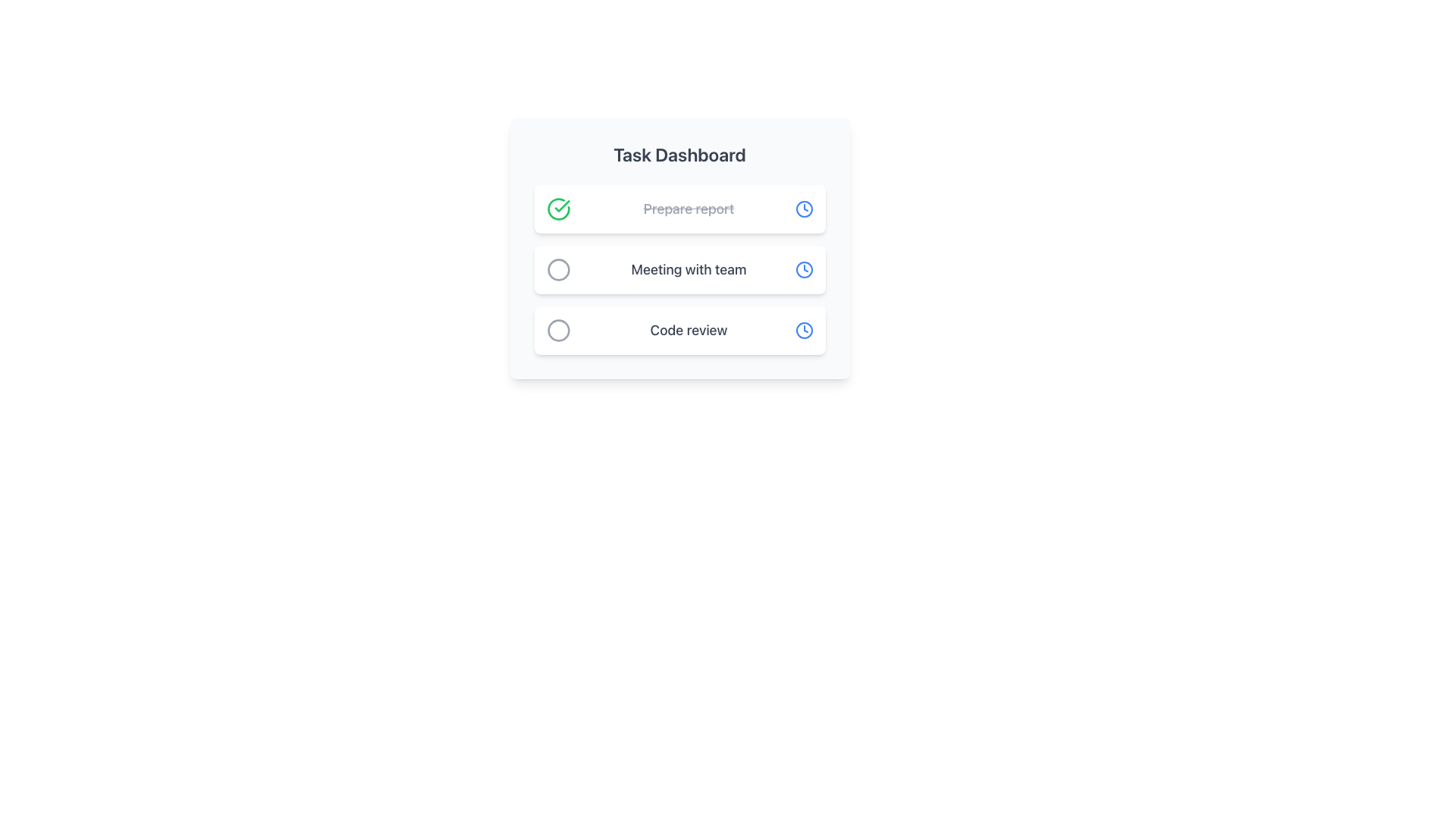 This screenshot has width=1456, height=819. What do you see at coordinates (557, 268) in the screenshot?
I see `the status icon for the task labeled 'Meeting with team', which is the second icon in a vertical list of tasks, located between a green check mark icon and a gray circle` at bounding box center [557, 268].